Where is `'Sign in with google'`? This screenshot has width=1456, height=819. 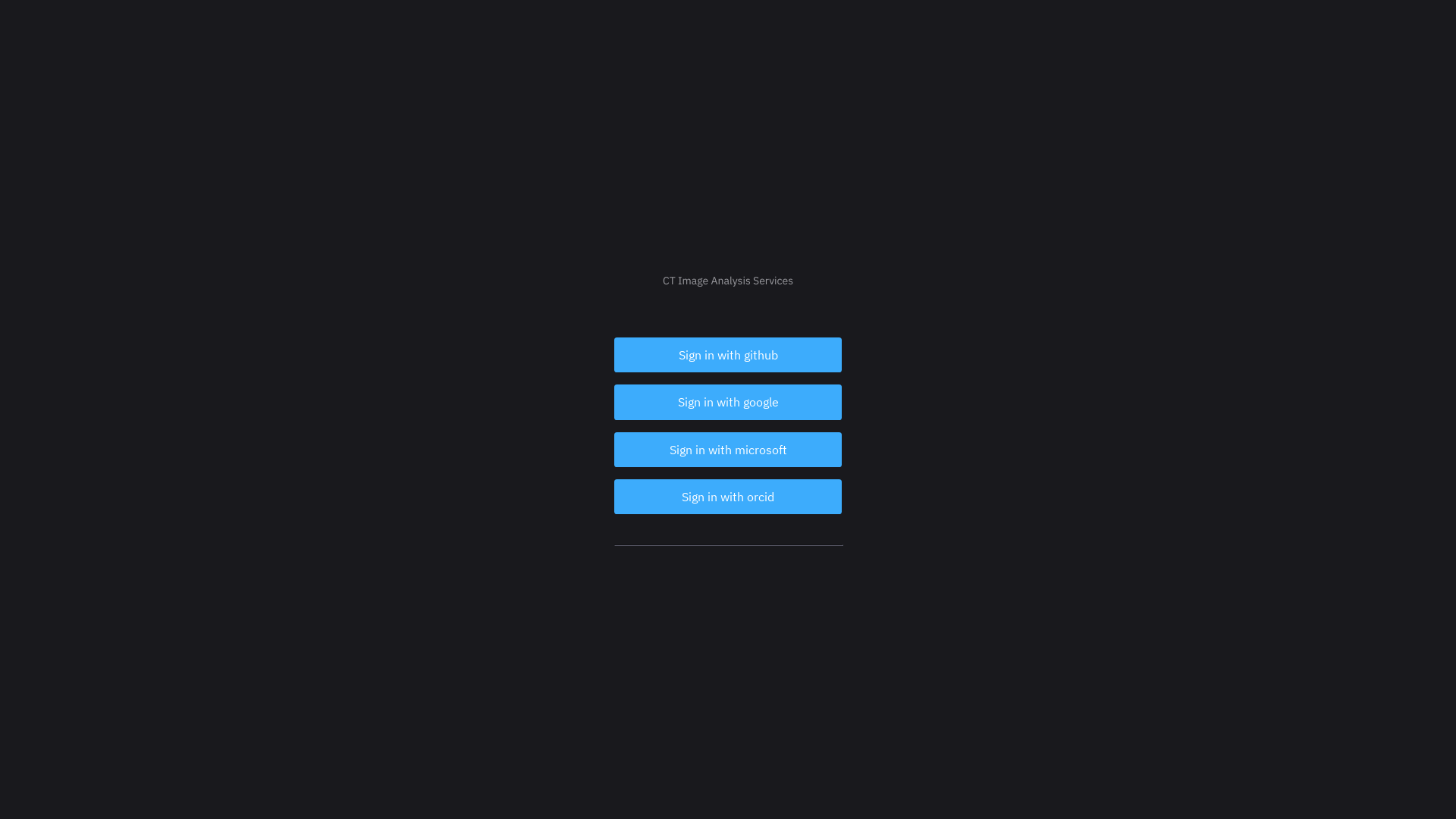 'Sign in with google' is located at coordinates (728, 400).